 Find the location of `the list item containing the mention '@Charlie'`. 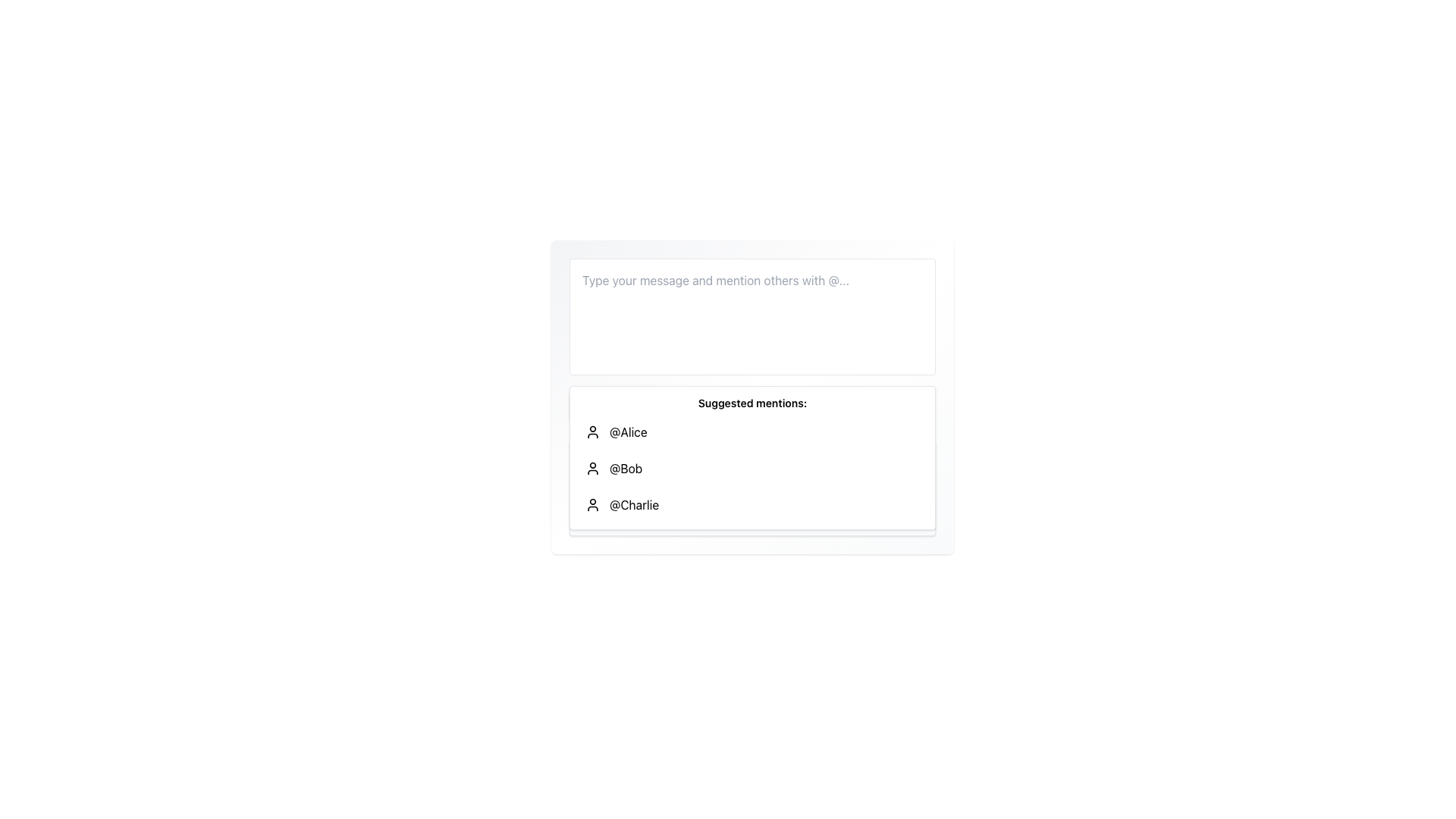

the list item containing the mention '@Charlie' is located at coordinates (752, 505).